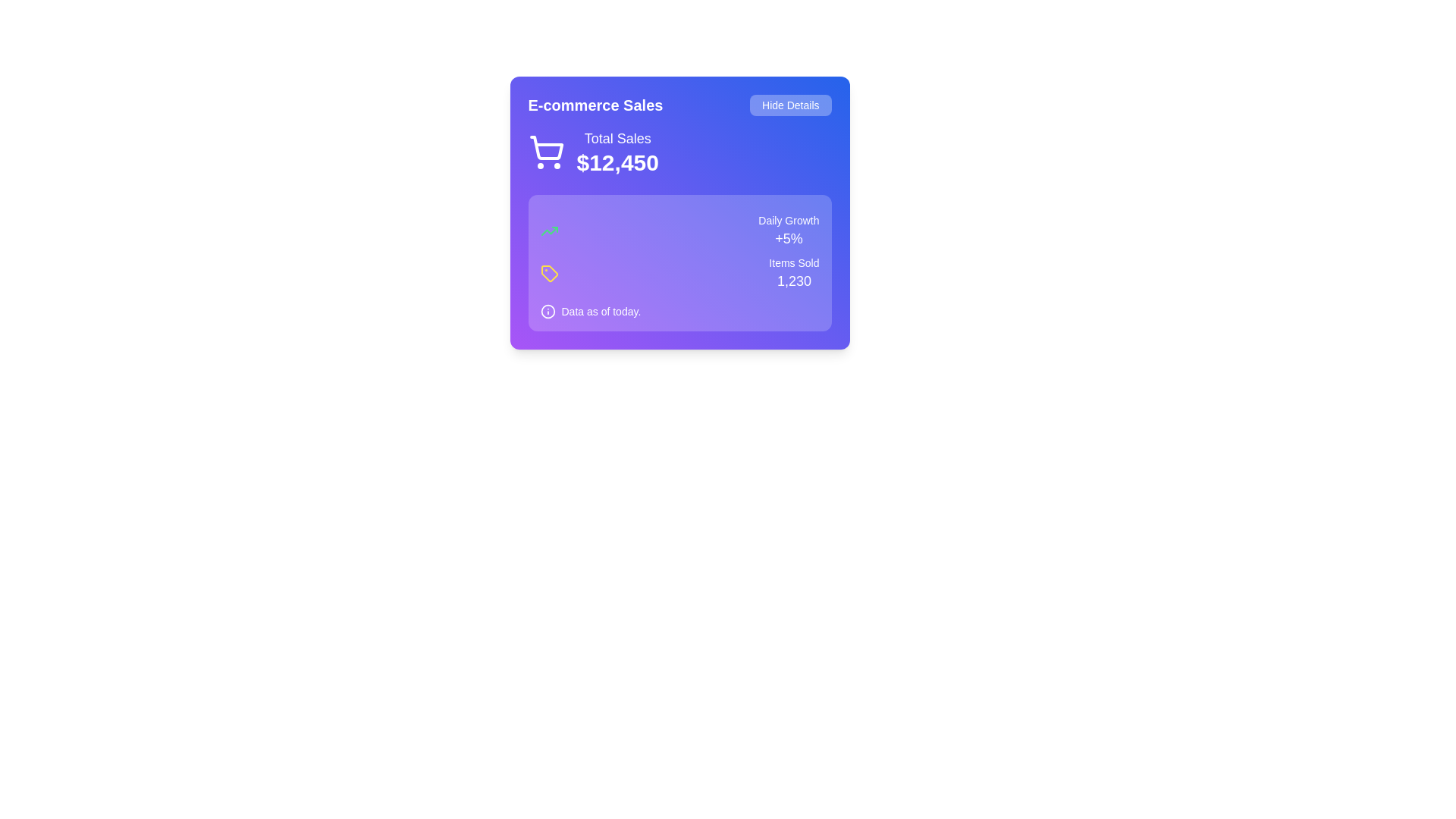  I want to click on the icon positioned near the center of the purple panel, which is used for categorization or metrics, so click(548, 274).